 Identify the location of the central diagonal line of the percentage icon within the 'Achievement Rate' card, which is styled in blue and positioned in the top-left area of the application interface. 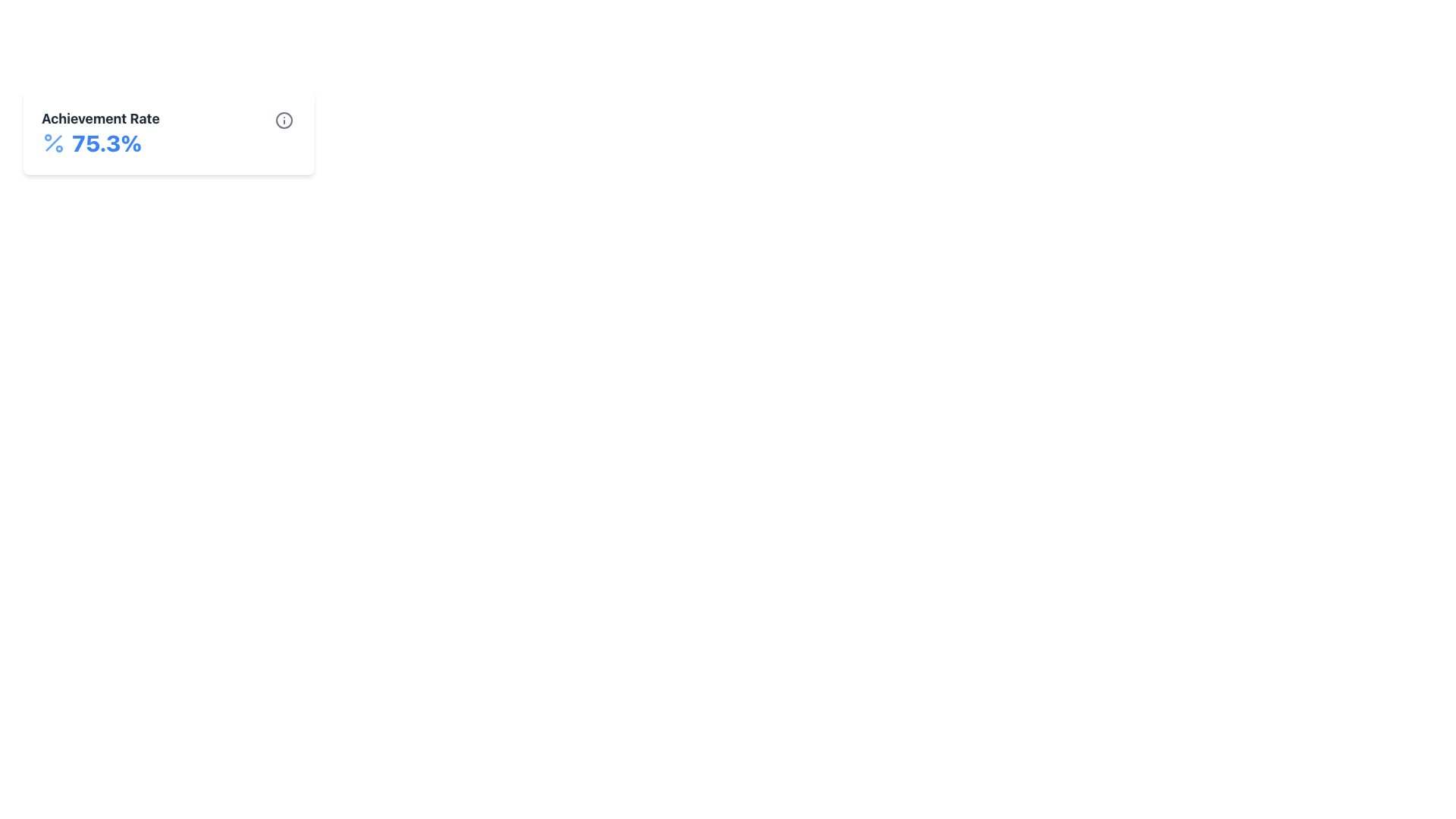
(54, 143).